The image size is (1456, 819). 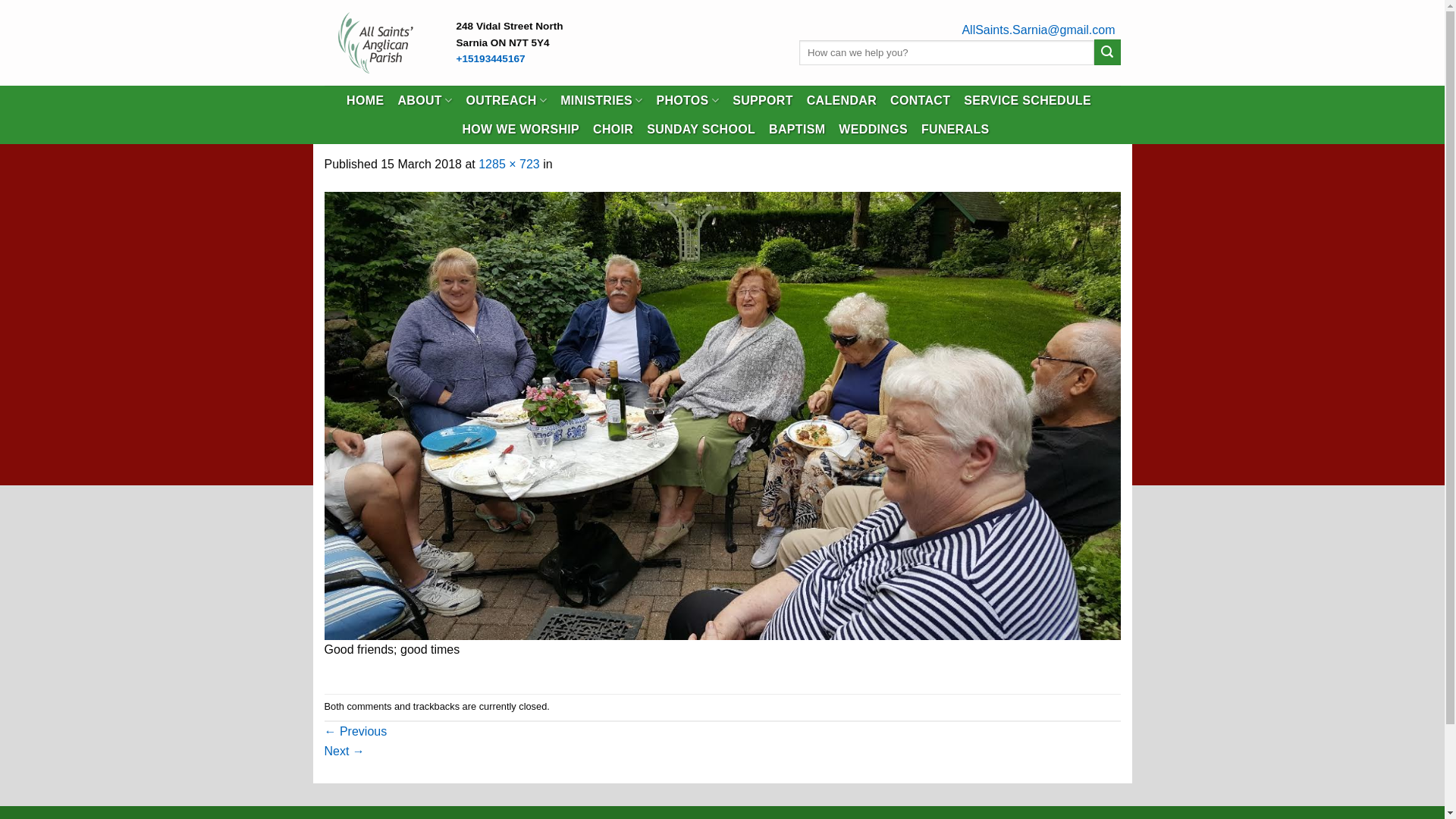 I want to click on 'MINISTRIES', so click(x=600, y=100).